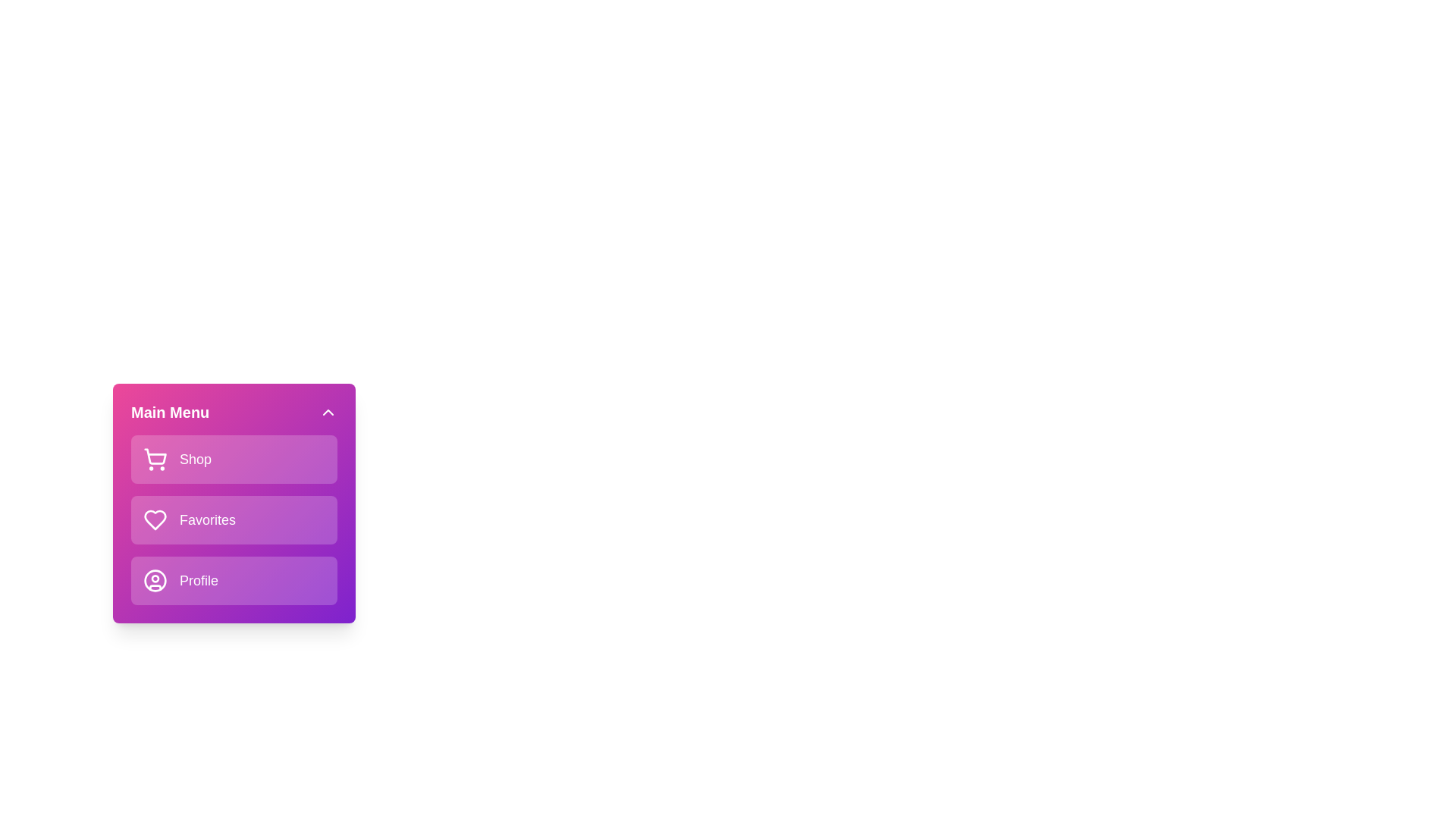 Image resolution: width=1456 pixels, height=819 pixels. What do you see at coordinates (155, 580) in the screenshot?
I see `the menu item icon corresponding to Profile` at bounding box center [155, 580].